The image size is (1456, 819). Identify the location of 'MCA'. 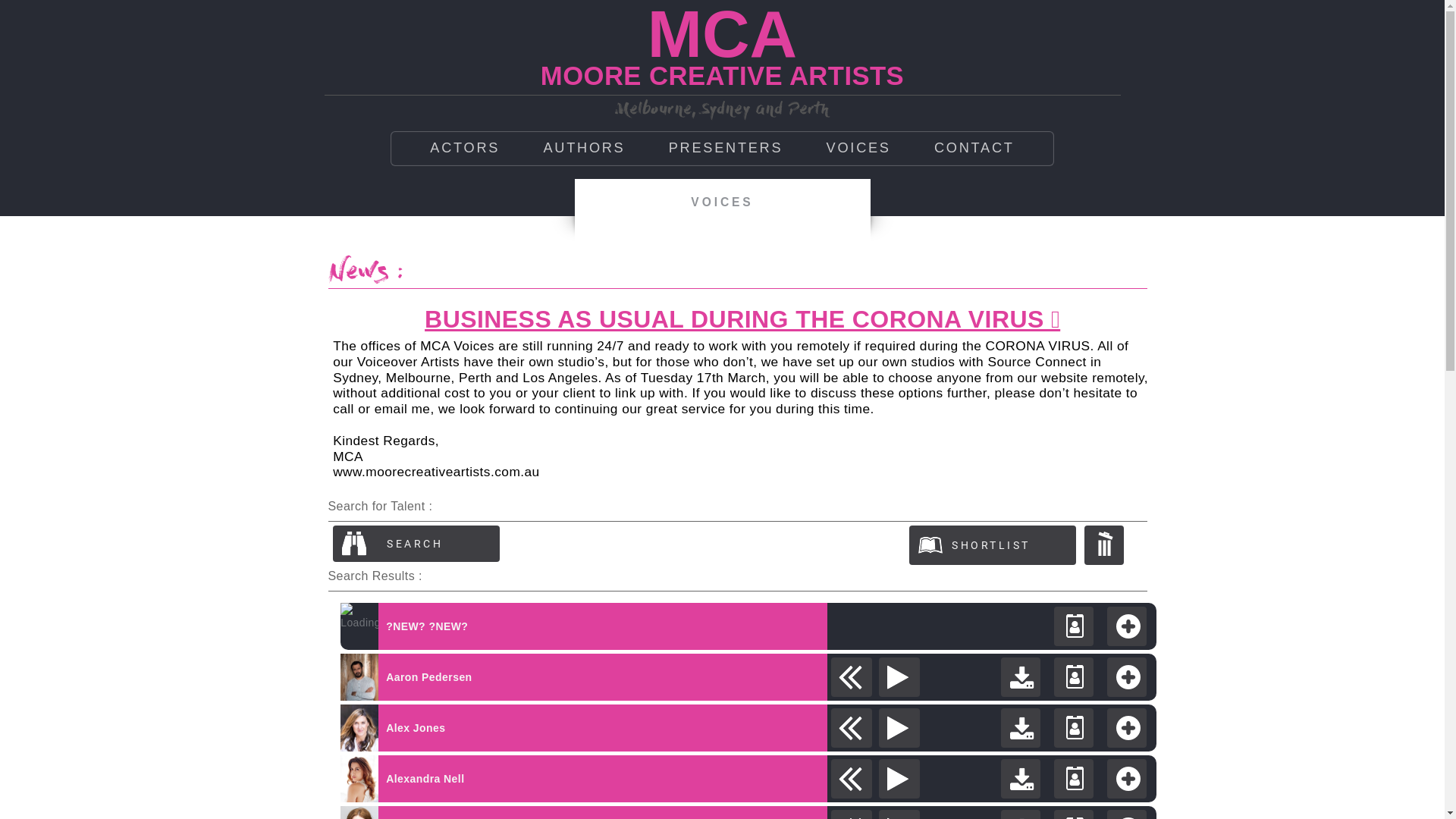
(721, 34).